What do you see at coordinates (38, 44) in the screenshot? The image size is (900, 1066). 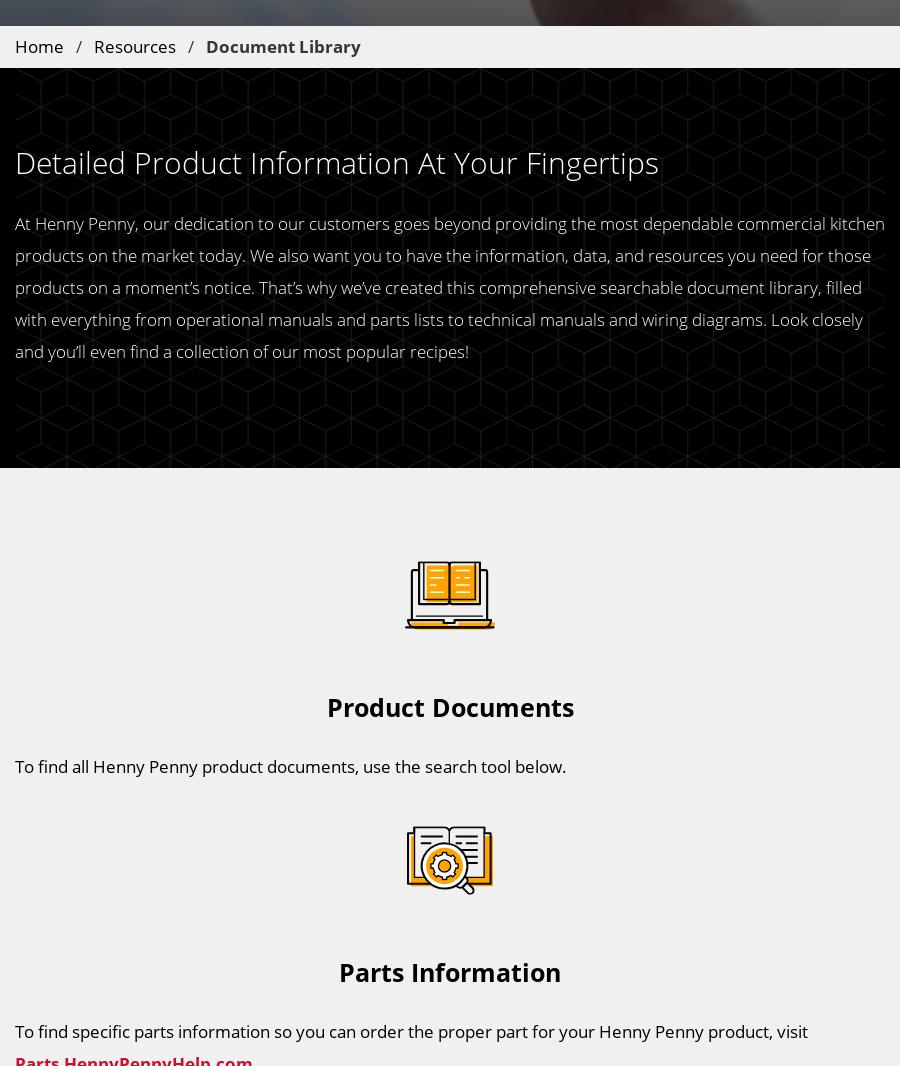 I see `'Home'` at bounding box center [38, 44].